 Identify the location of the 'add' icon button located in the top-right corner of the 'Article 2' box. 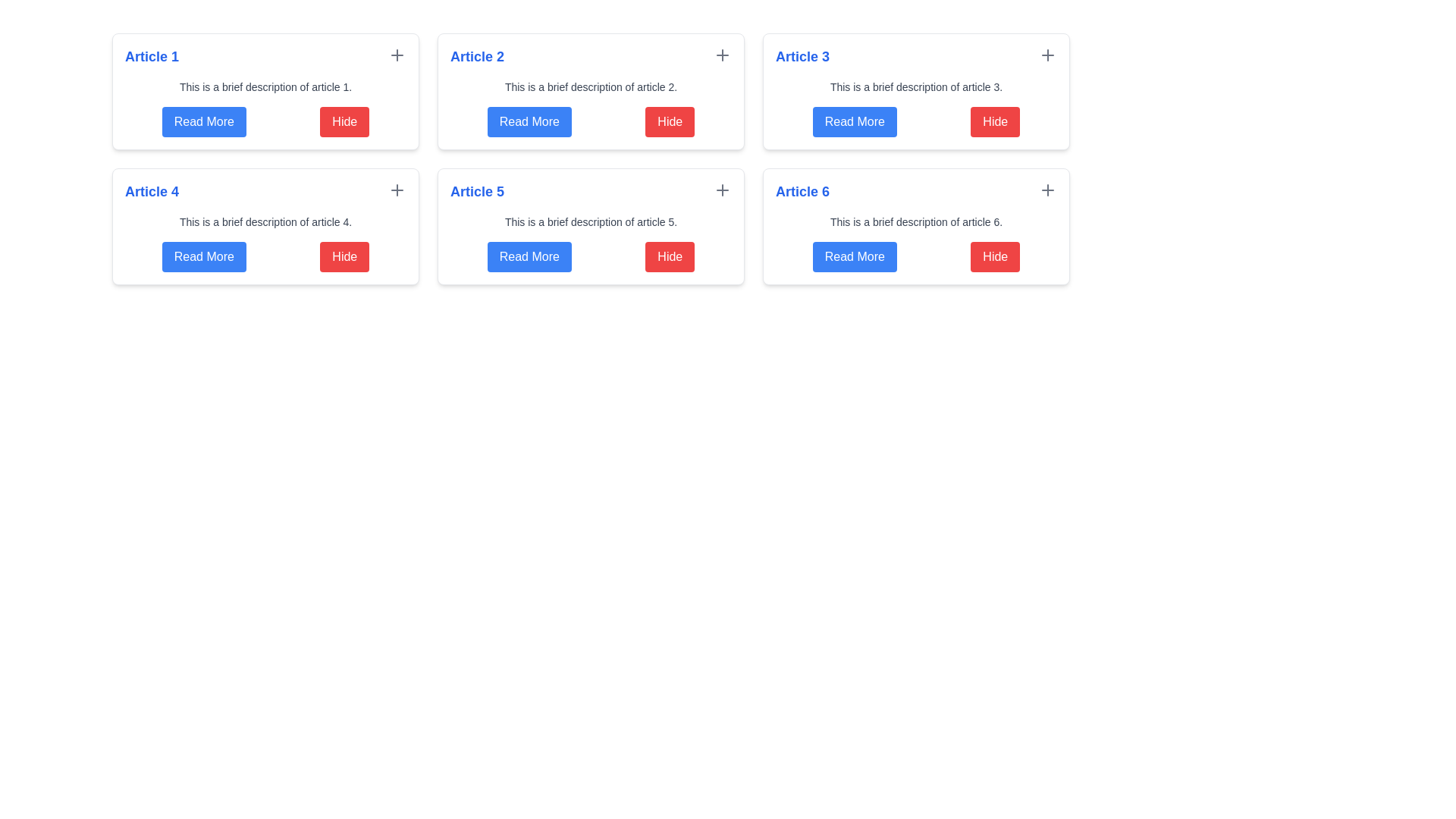
(722, 55).